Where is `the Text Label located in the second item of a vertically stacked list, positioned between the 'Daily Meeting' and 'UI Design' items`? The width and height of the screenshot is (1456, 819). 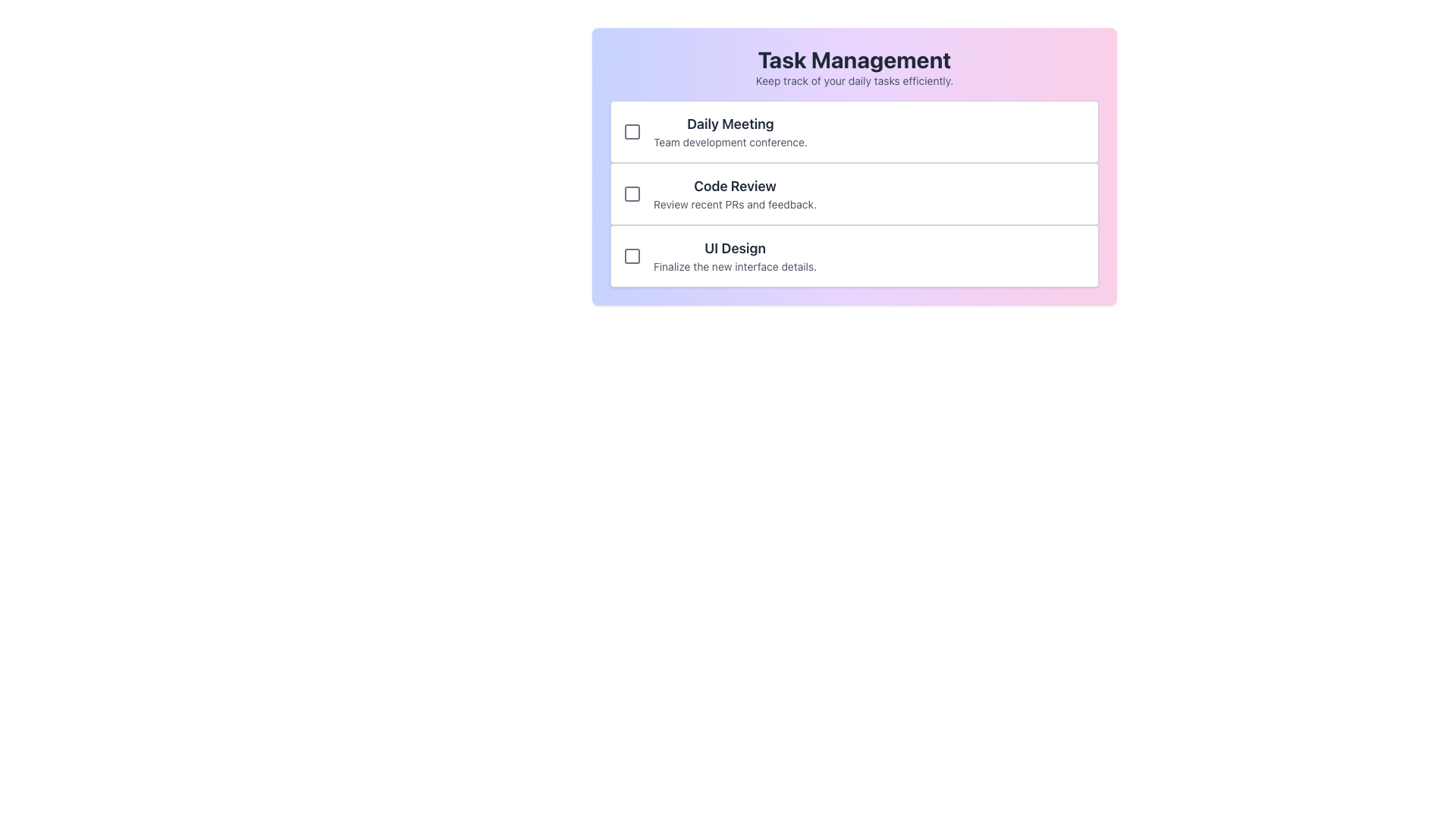 the Text Label located in the second item of a vertically stacked list, positioned between the 'Daily Meeting' and 'UI Design' items is located at coordinates (735, 193).